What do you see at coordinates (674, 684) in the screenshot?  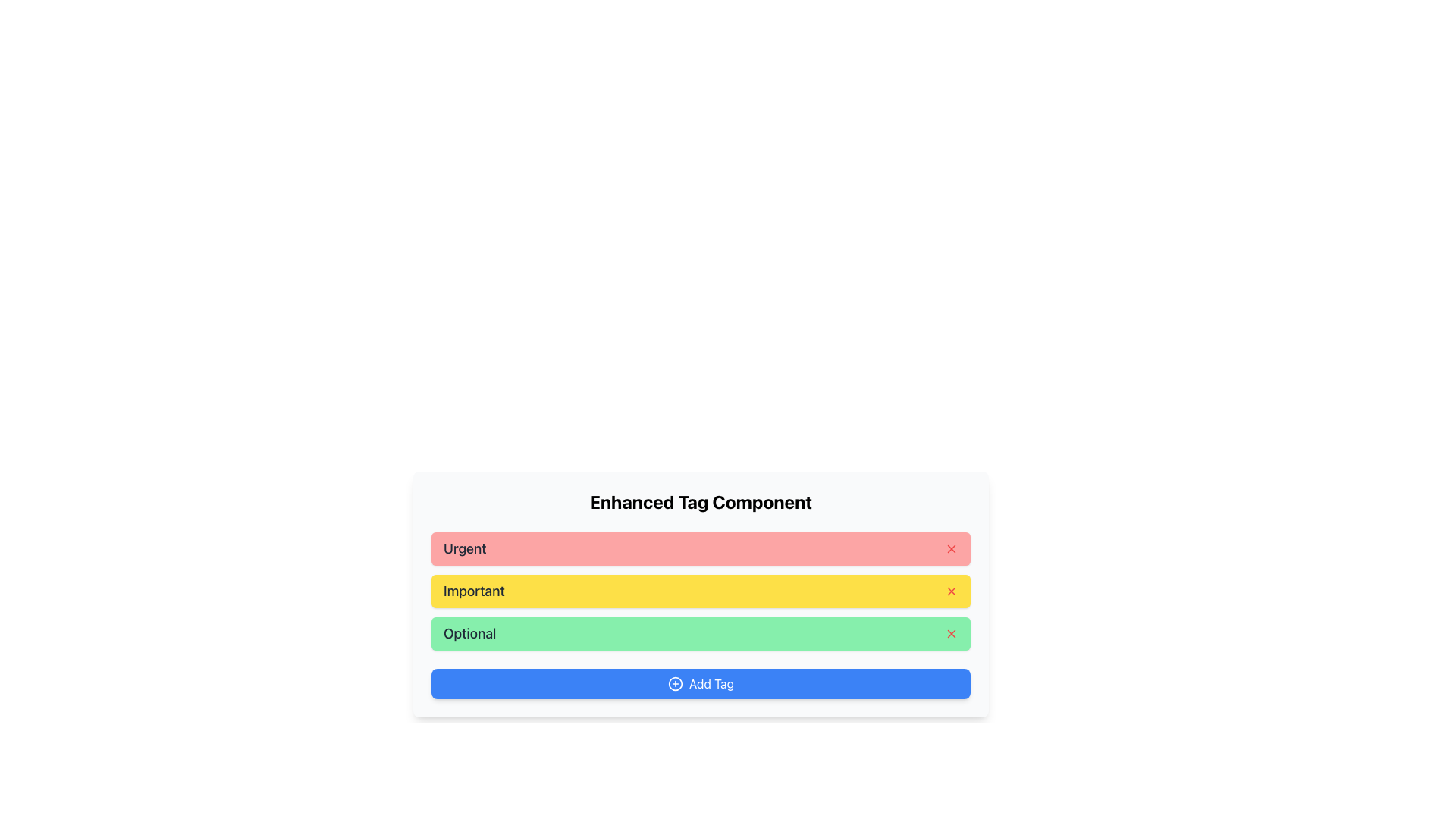 I see `the circular icon with a plus sign inside, located next to the 'Add Tag' button` at bounding box center [674, 684].